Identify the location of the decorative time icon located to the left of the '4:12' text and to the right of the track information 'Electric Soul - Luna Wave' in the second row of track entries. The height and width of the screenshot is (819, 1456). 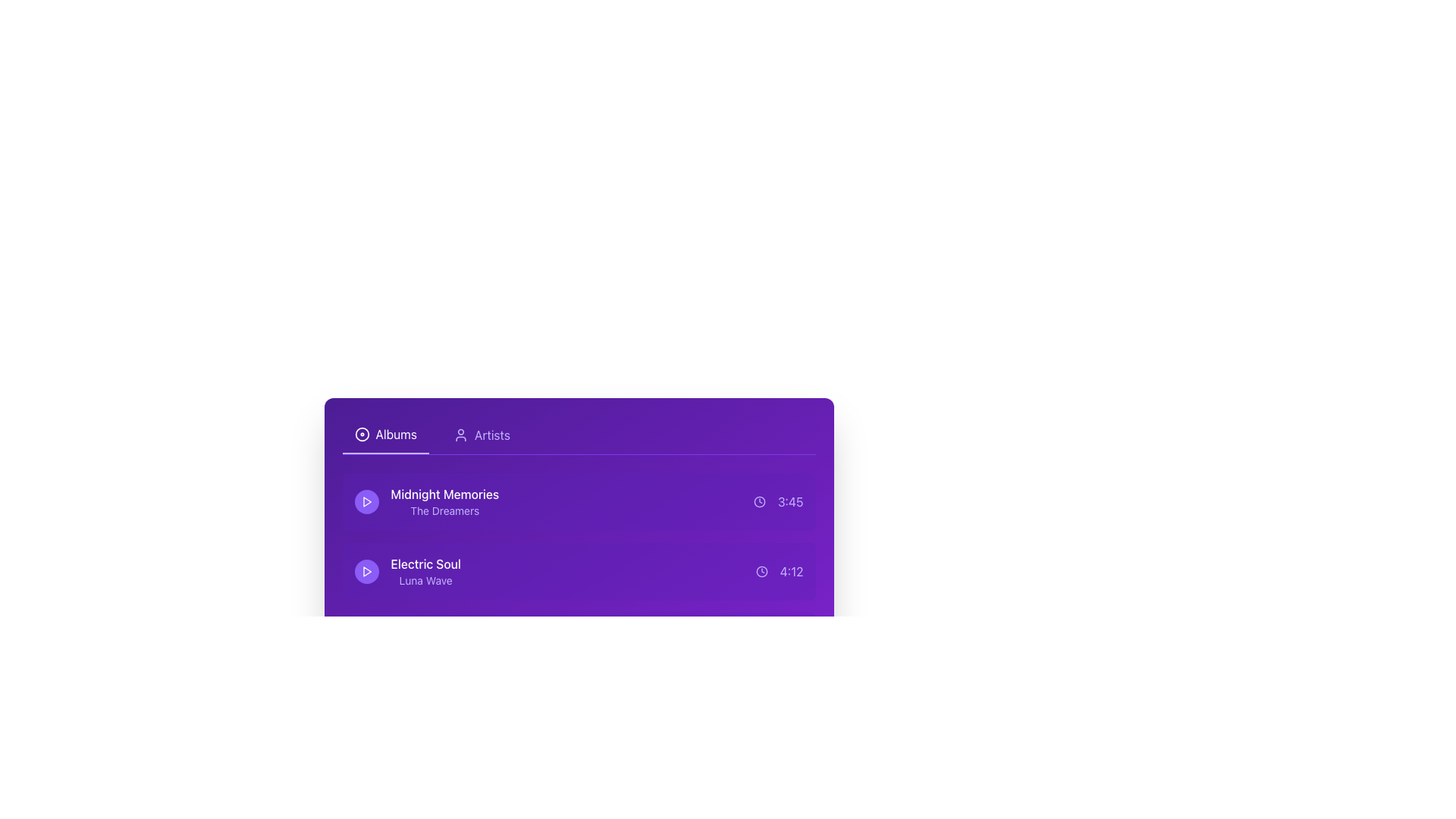
(761, 571).